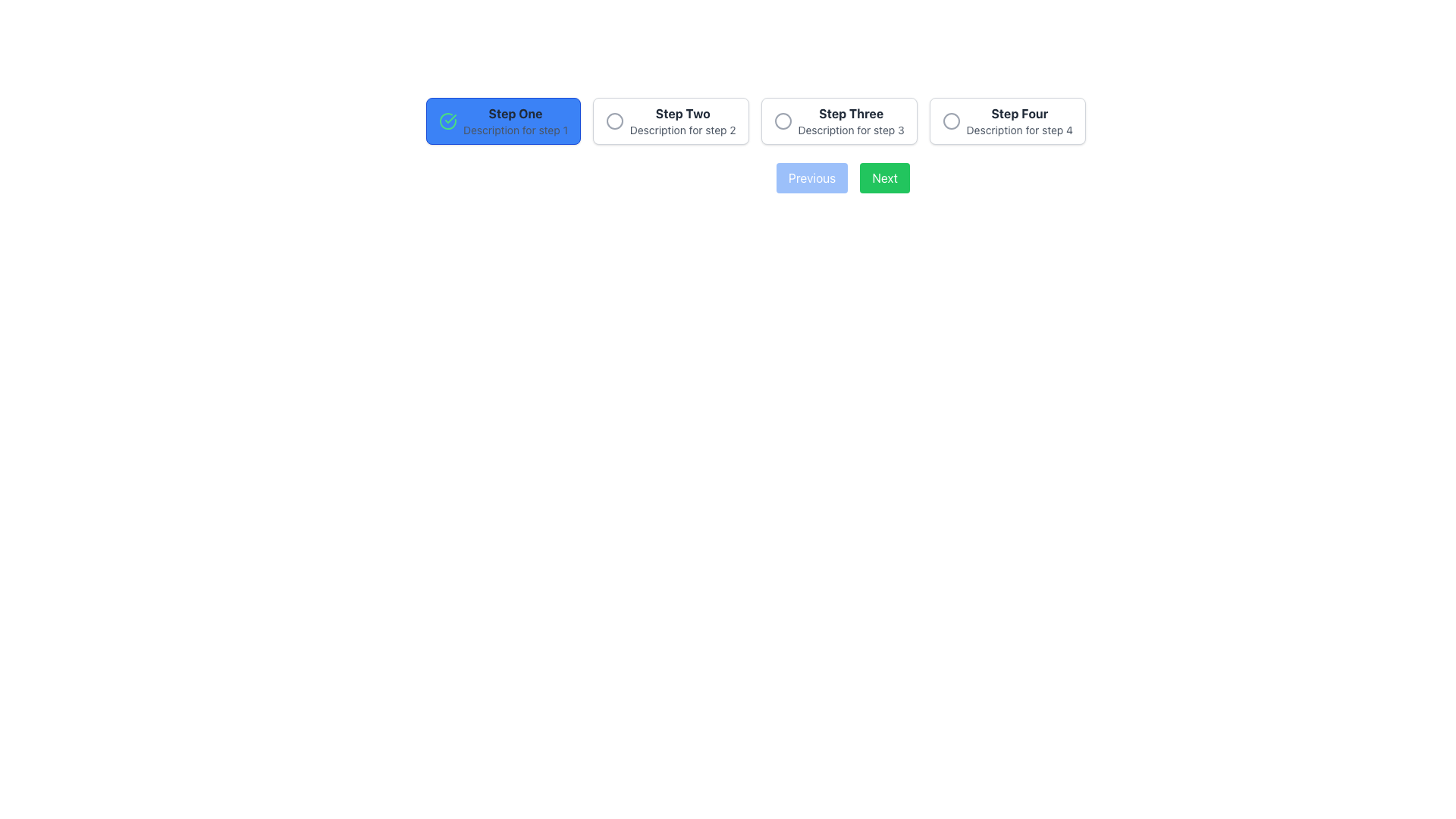  I want to click on the status of the circular icon with a thick border located to the left of the 'Step Two' text, indicating an inactive state in the step progress indicator, so click(614, 120).